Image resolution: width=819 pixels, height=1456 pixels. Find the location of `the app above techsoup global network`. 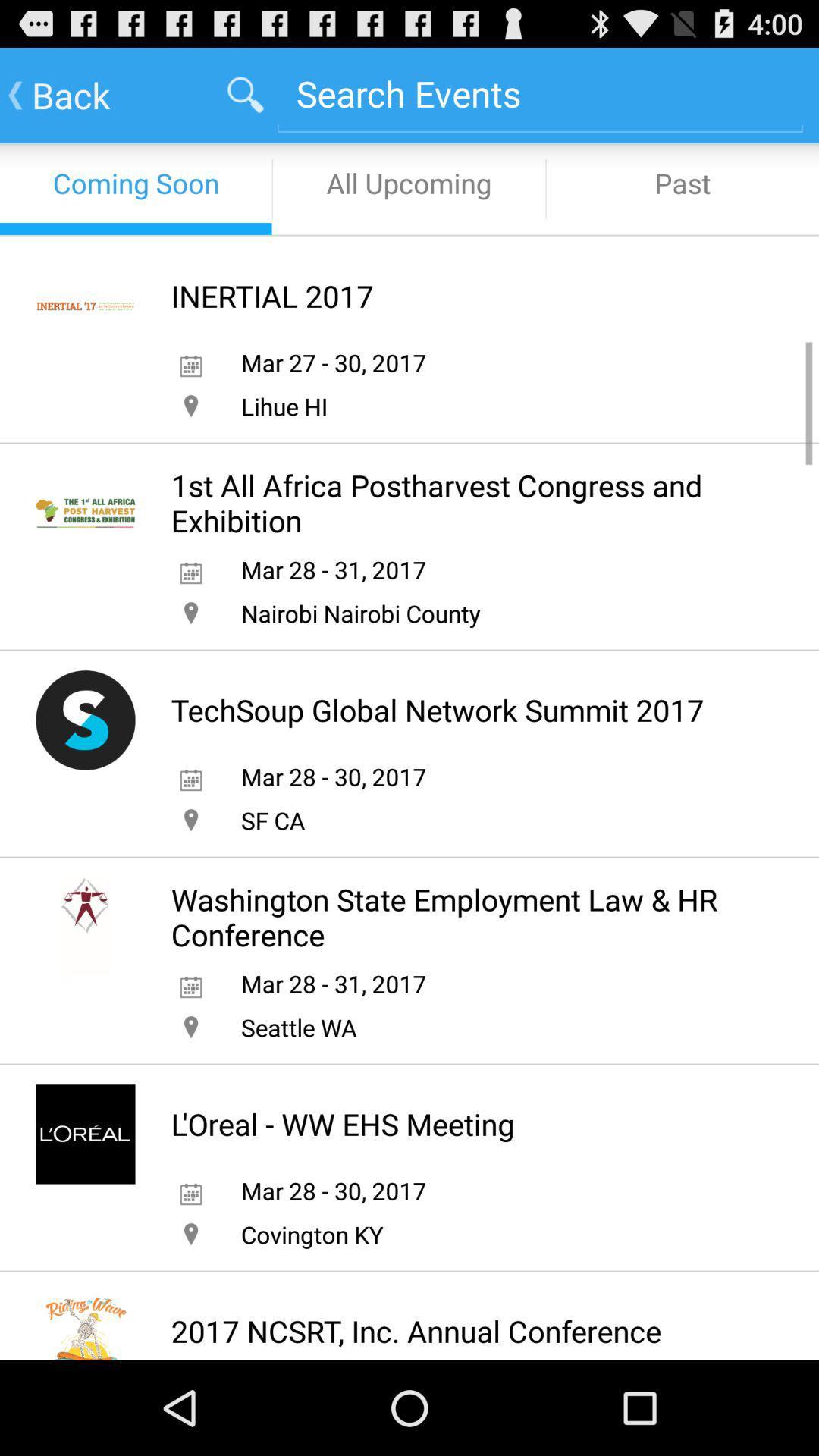

the app above techsoup global network is located at coordinates (360, 613).